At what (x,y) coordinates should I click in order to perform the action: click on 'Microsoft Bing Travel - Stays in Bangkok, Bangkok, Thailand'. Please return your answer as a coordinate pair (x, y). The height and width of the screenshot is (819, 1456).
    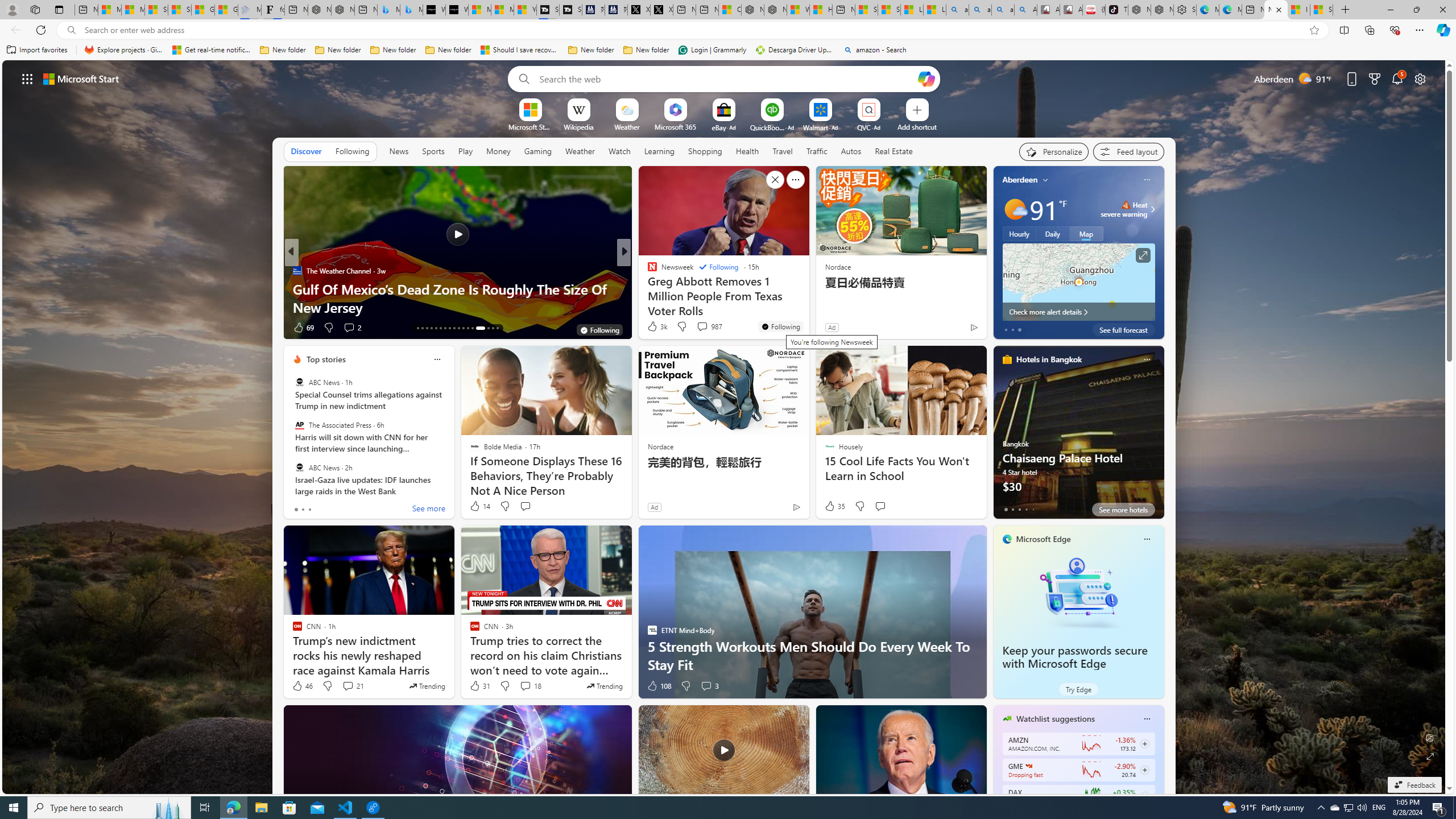
    Looking at the image, I should click on (388, 9).